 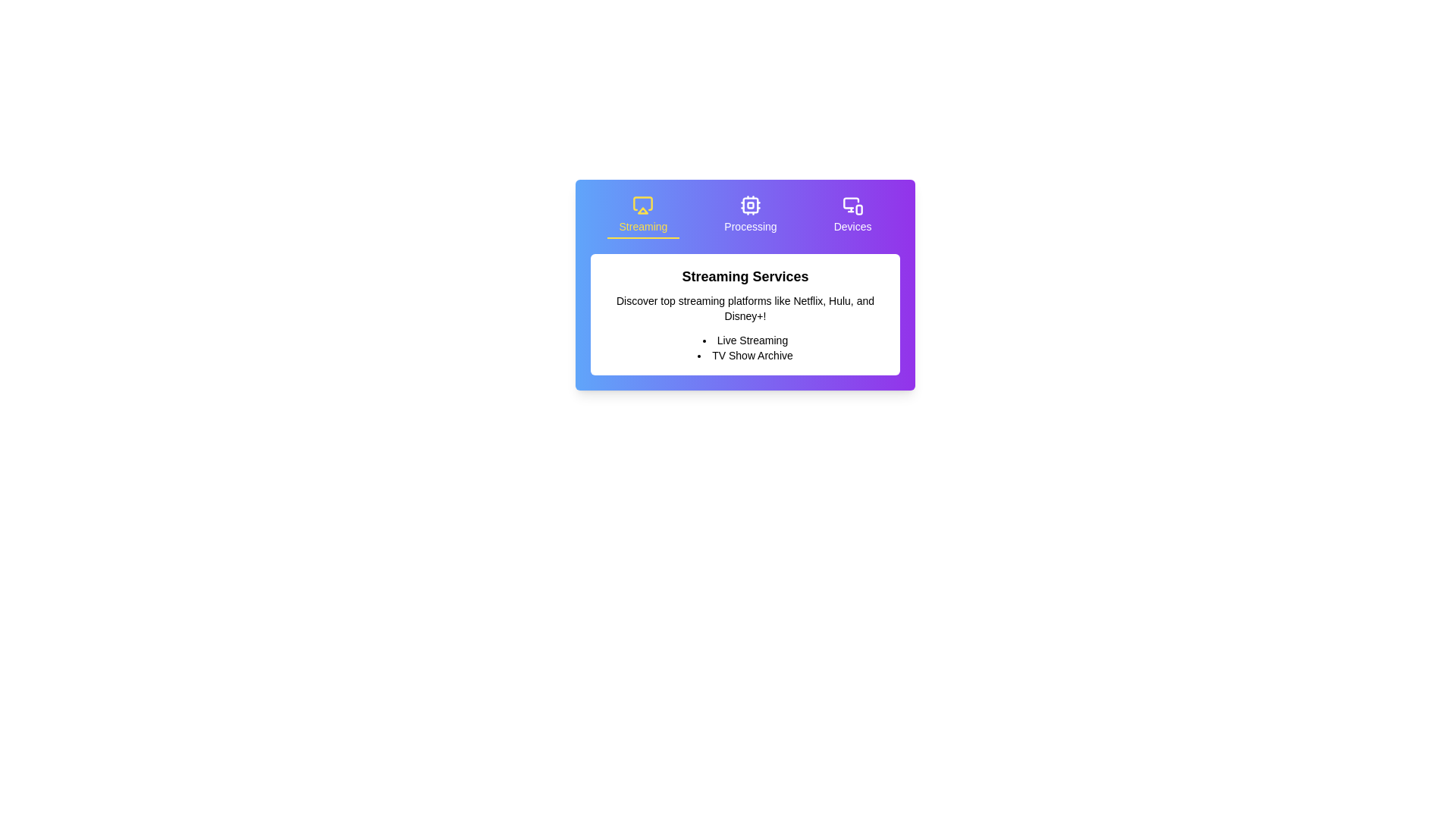 I want to click on the Unordered List containing 'Live Streaming' and 'TV Show Archive', which is positioned below the heading 'Streaming Services' and the descriptive text about streaming platforms, so click(x=745, y=348).